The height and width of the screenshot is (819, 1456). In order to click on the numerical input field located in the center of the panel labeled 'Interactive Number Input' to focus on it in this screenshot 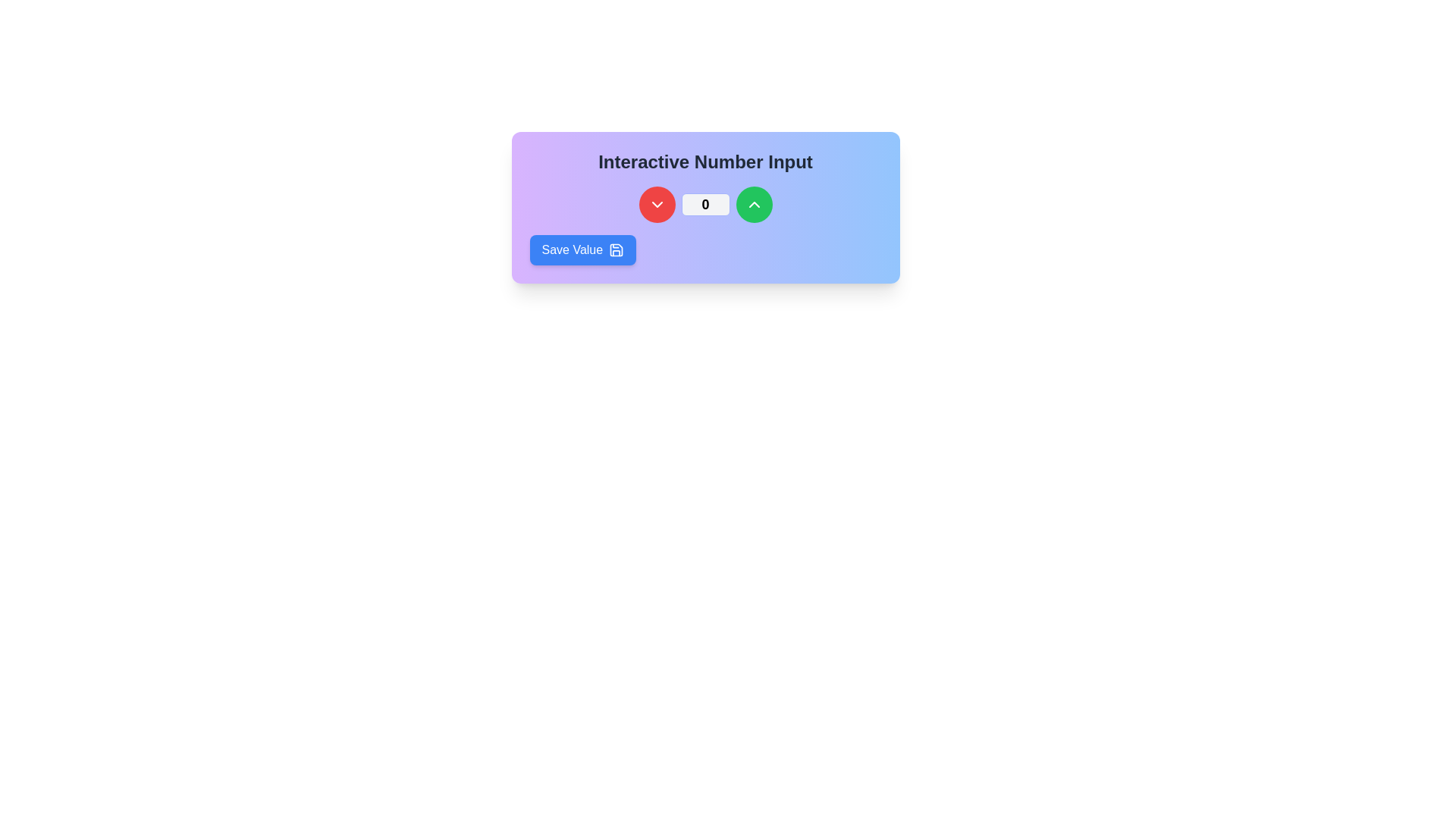, I will do `click(704, 205)`.